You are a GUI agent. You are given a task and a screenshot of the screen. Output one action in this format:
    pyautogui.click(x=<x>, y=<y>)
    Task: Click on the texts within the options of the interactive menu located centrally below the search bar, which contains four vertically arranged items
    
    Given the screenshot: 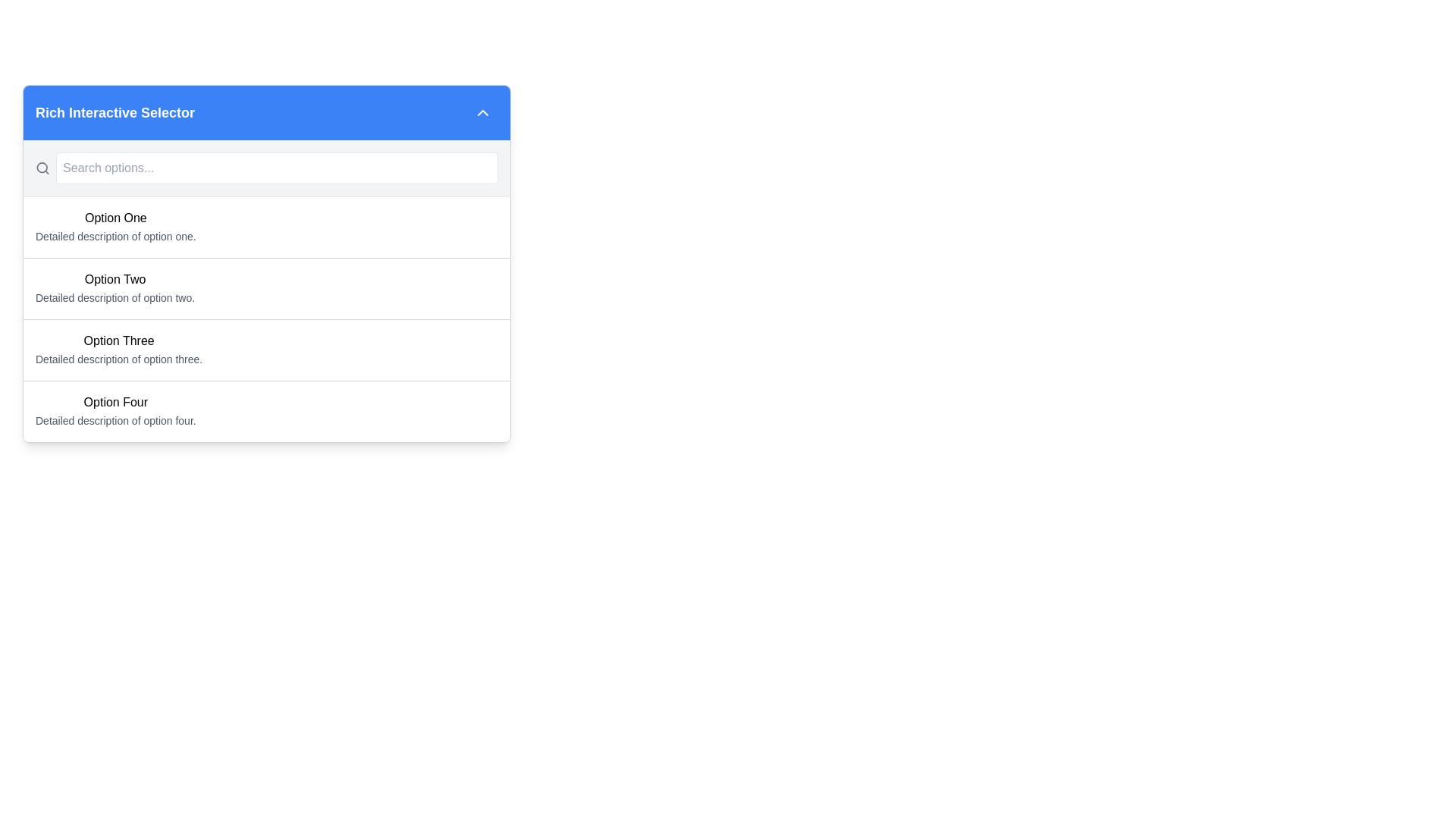 What is the action you would take?
    pyautogui.click(x=266, y=318)
    